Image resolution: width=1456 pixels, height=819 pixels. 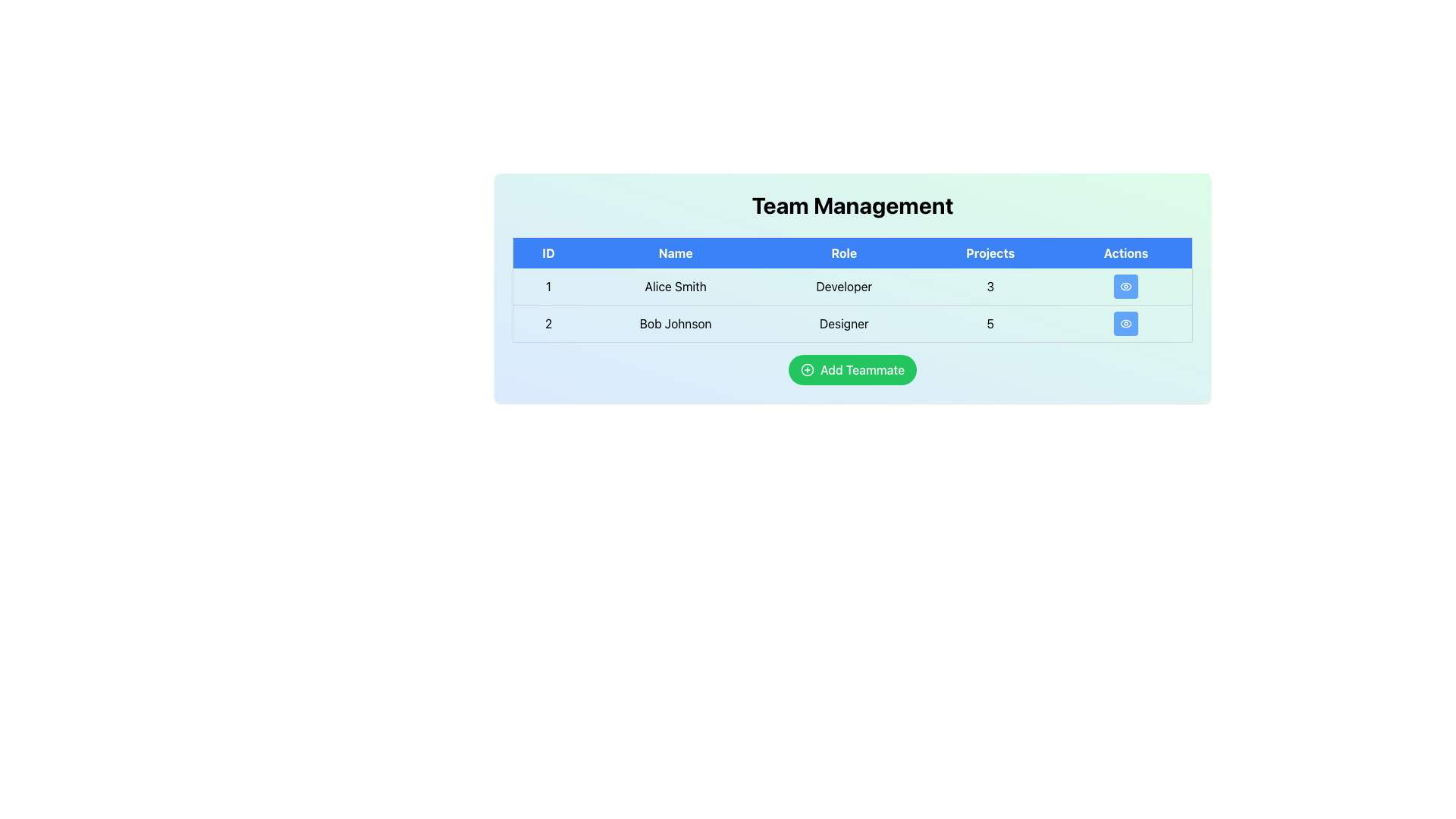 I want to click on the button in the 'Actions' column for the 'Bob Johnson' entry, so click(x=1125, y=323).